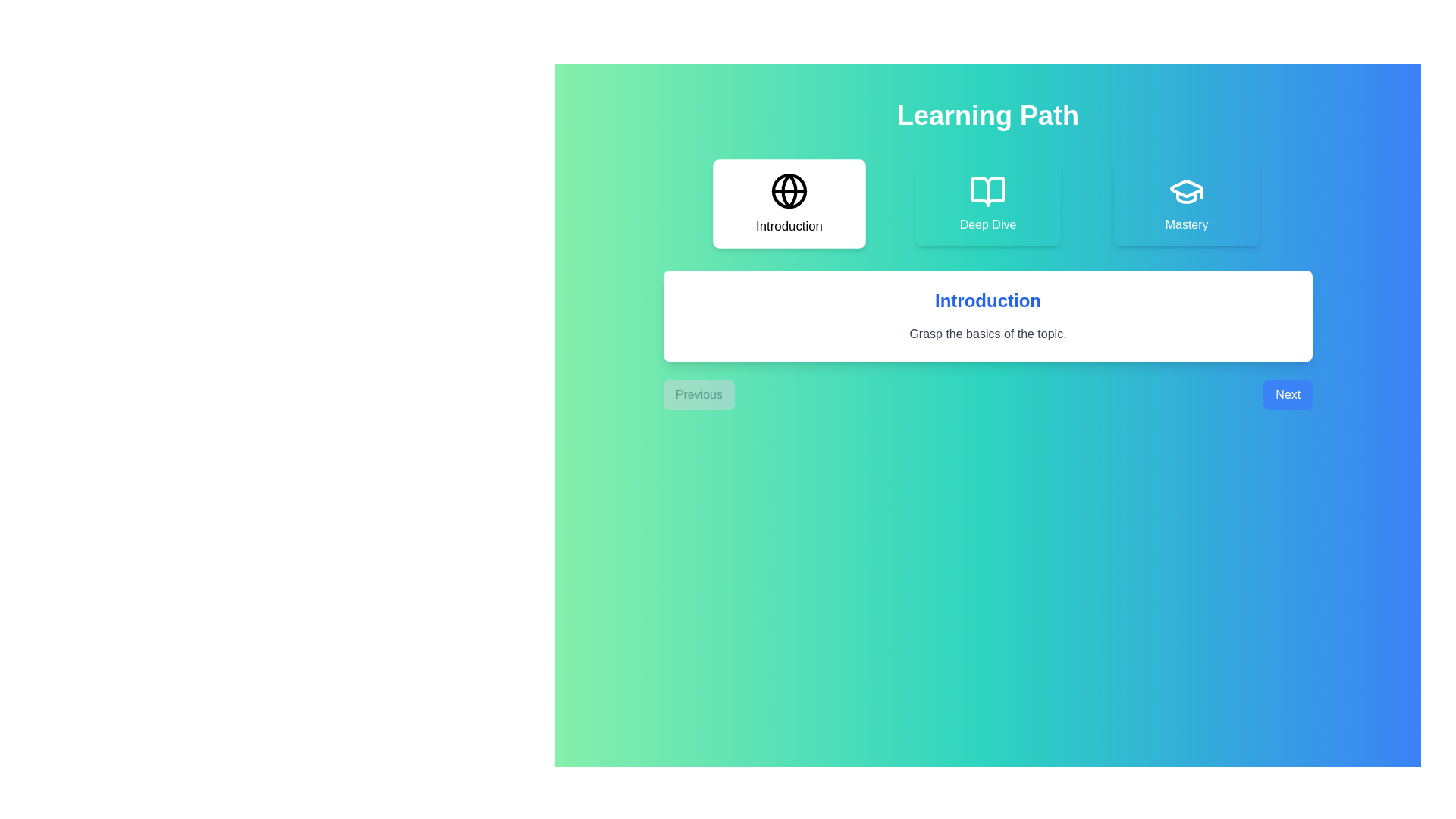 This screenshot has height=819, width=1456. Describe the element at coordinates (1186, 203) in the screenshot. I see `the stage header labeled 'Mastery' to navigate to that stage` at that location.